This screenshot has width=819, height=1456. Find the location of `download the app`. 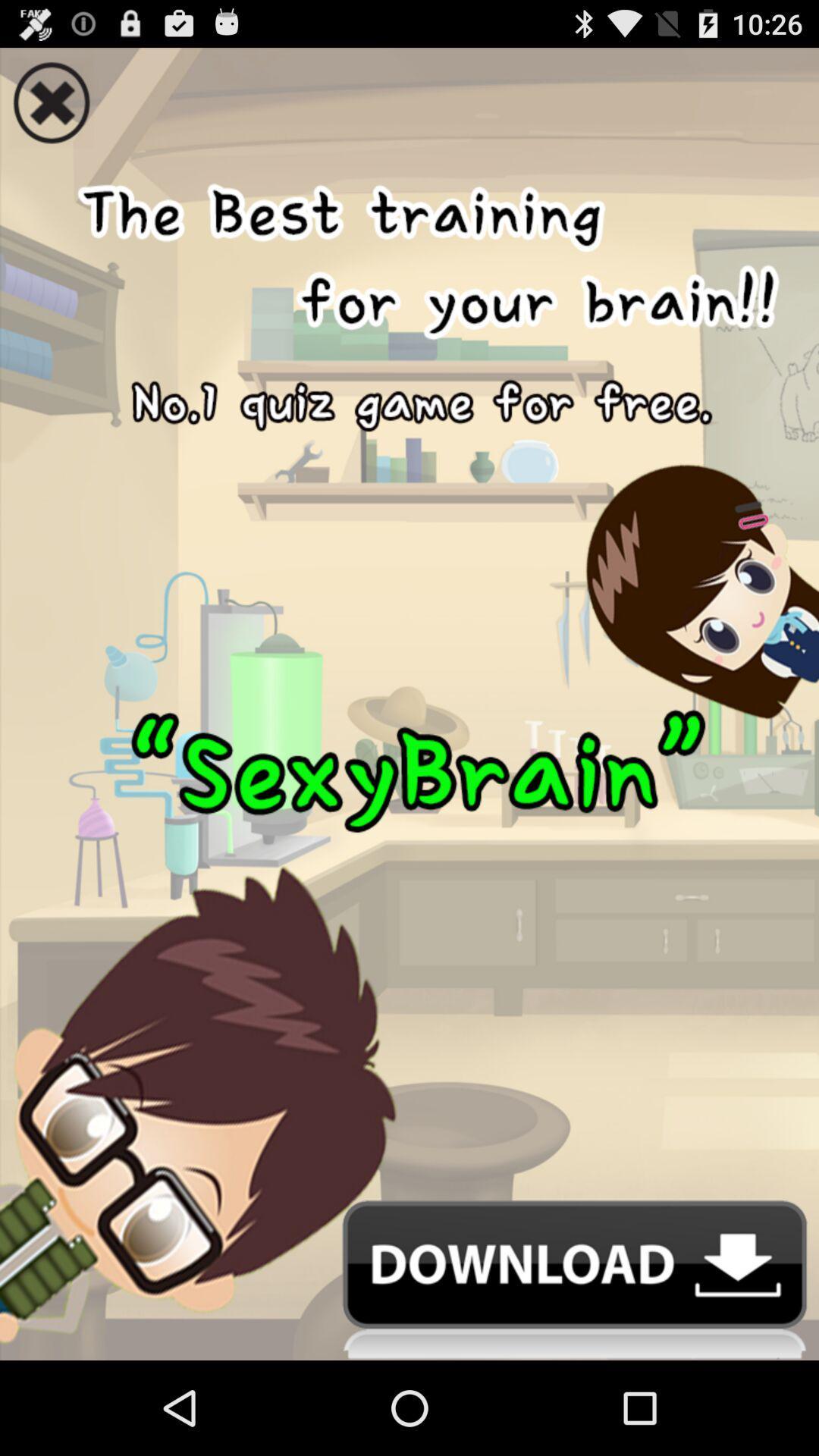

download the app is located at coordinates (409, 1279).